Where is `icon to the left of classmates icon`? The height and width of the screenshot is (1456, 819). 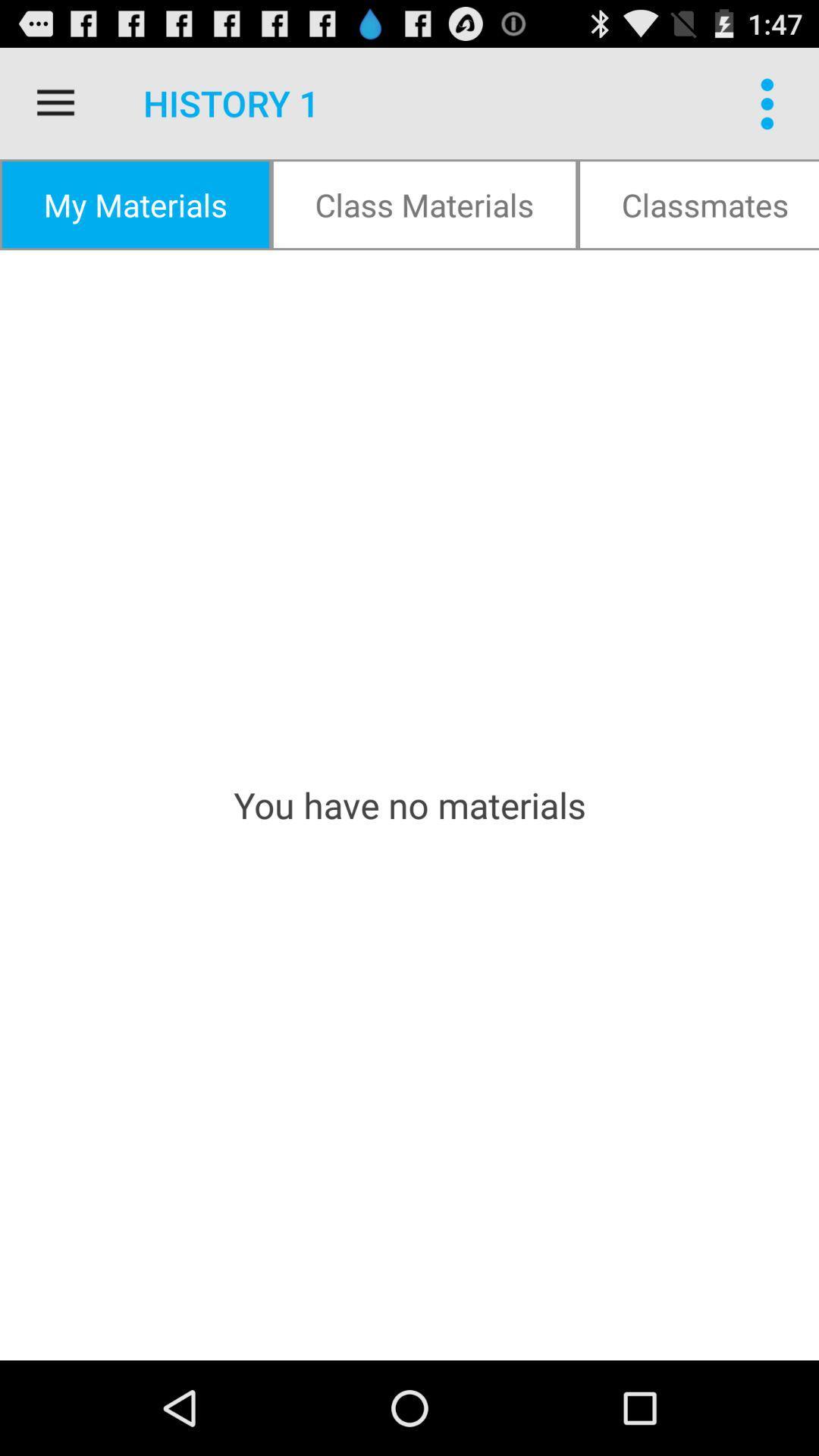
icon to the left of classmates icon is located at coordinates (424, 203).